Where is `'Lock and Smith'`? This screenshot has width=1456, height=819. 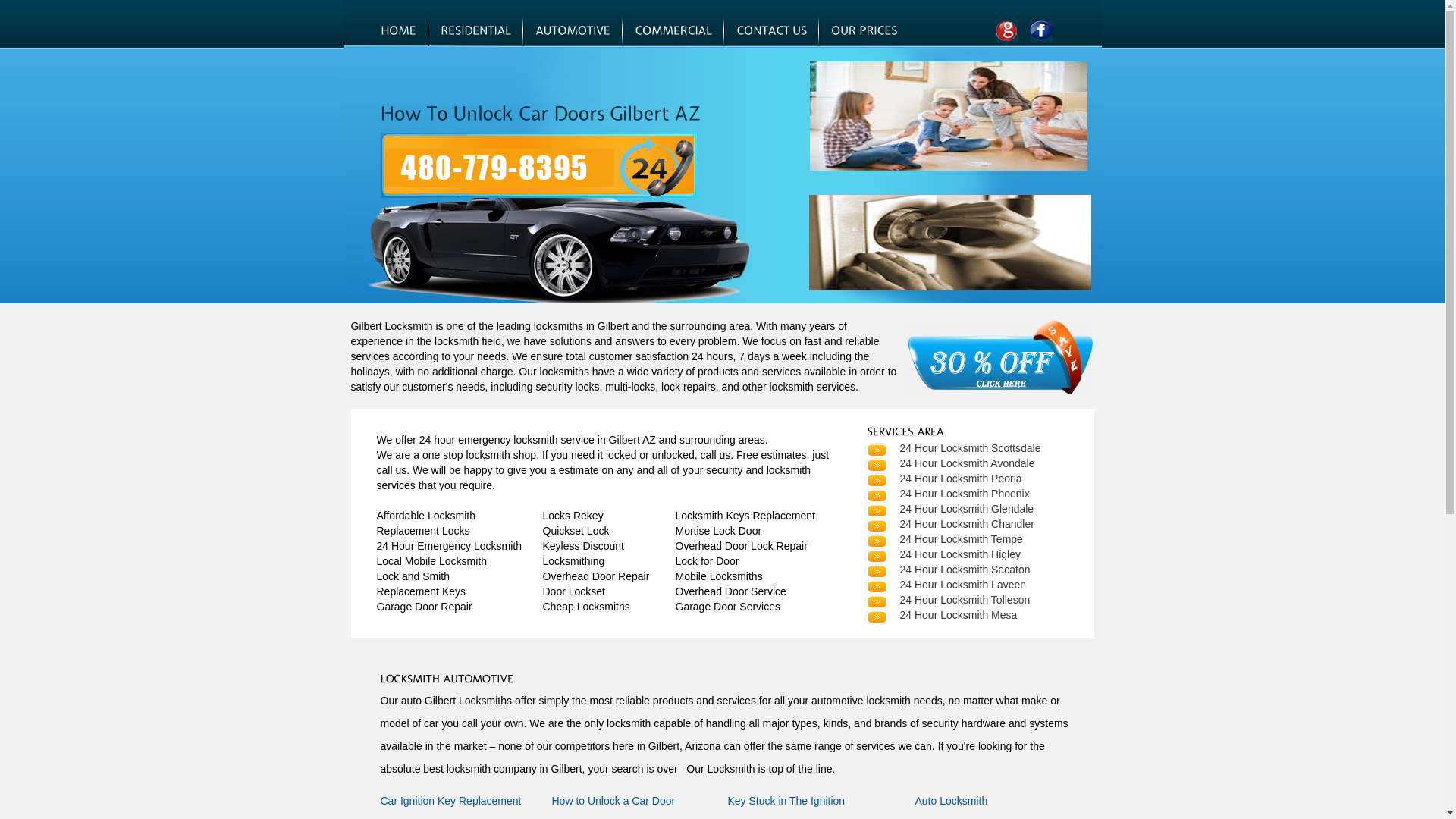
'Lock and Smith' is located at coordinates (413, 576).